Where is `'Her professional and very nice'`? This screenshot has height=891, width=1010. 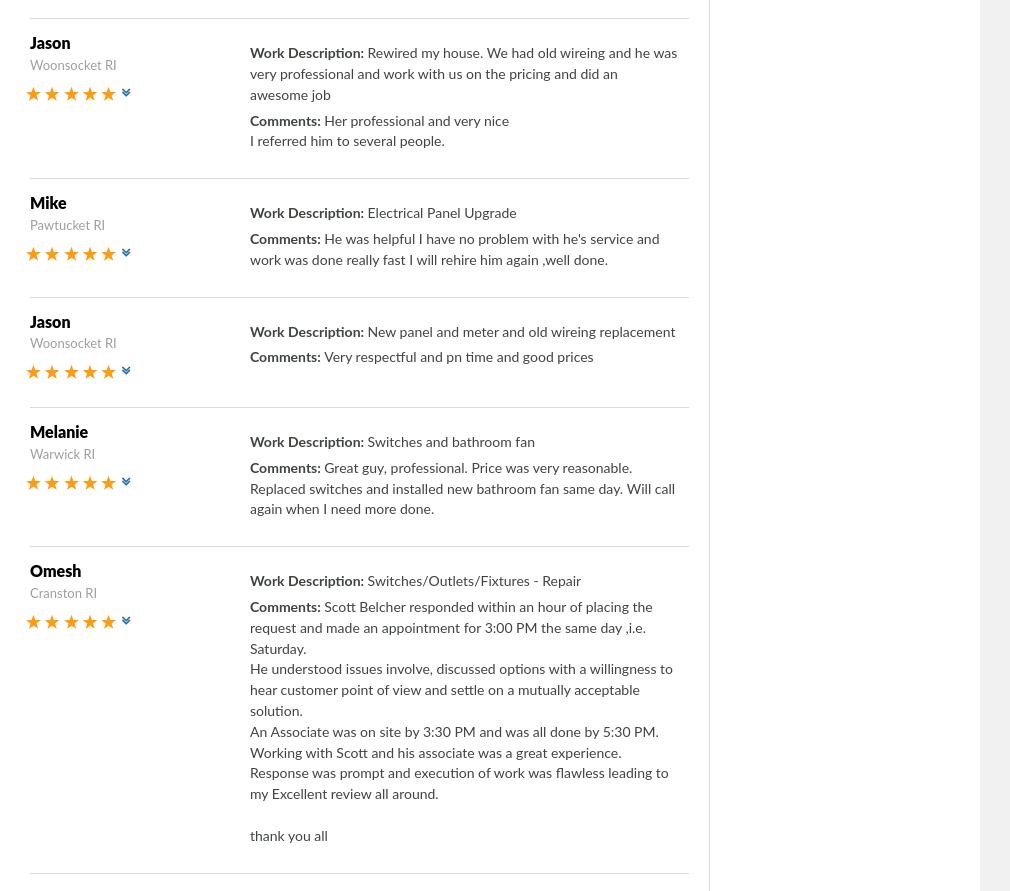
'Her professional and very nice' is located at coordinates (416, 119).